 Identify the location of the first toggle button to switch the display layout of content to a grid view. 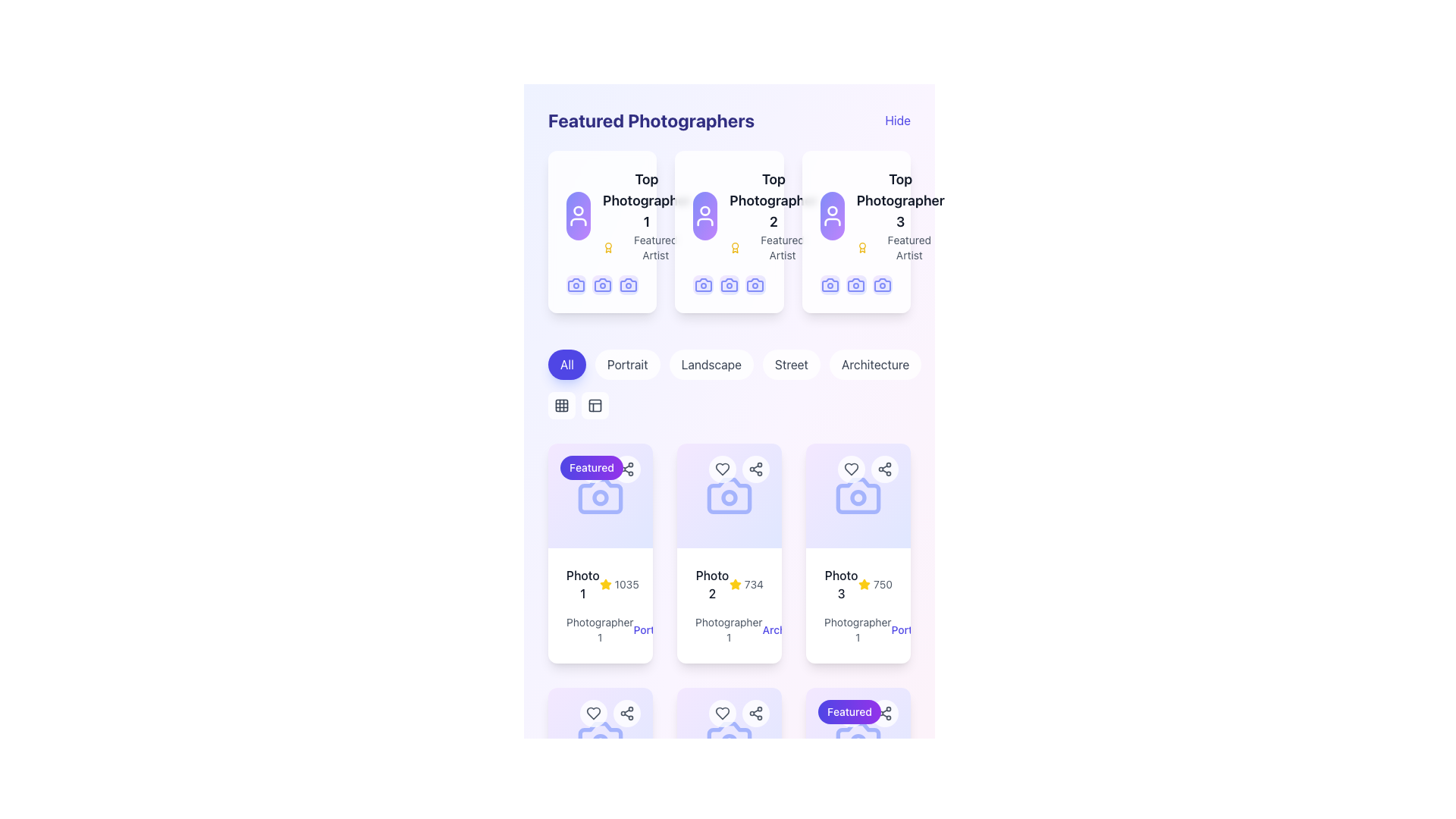
(560, 405).